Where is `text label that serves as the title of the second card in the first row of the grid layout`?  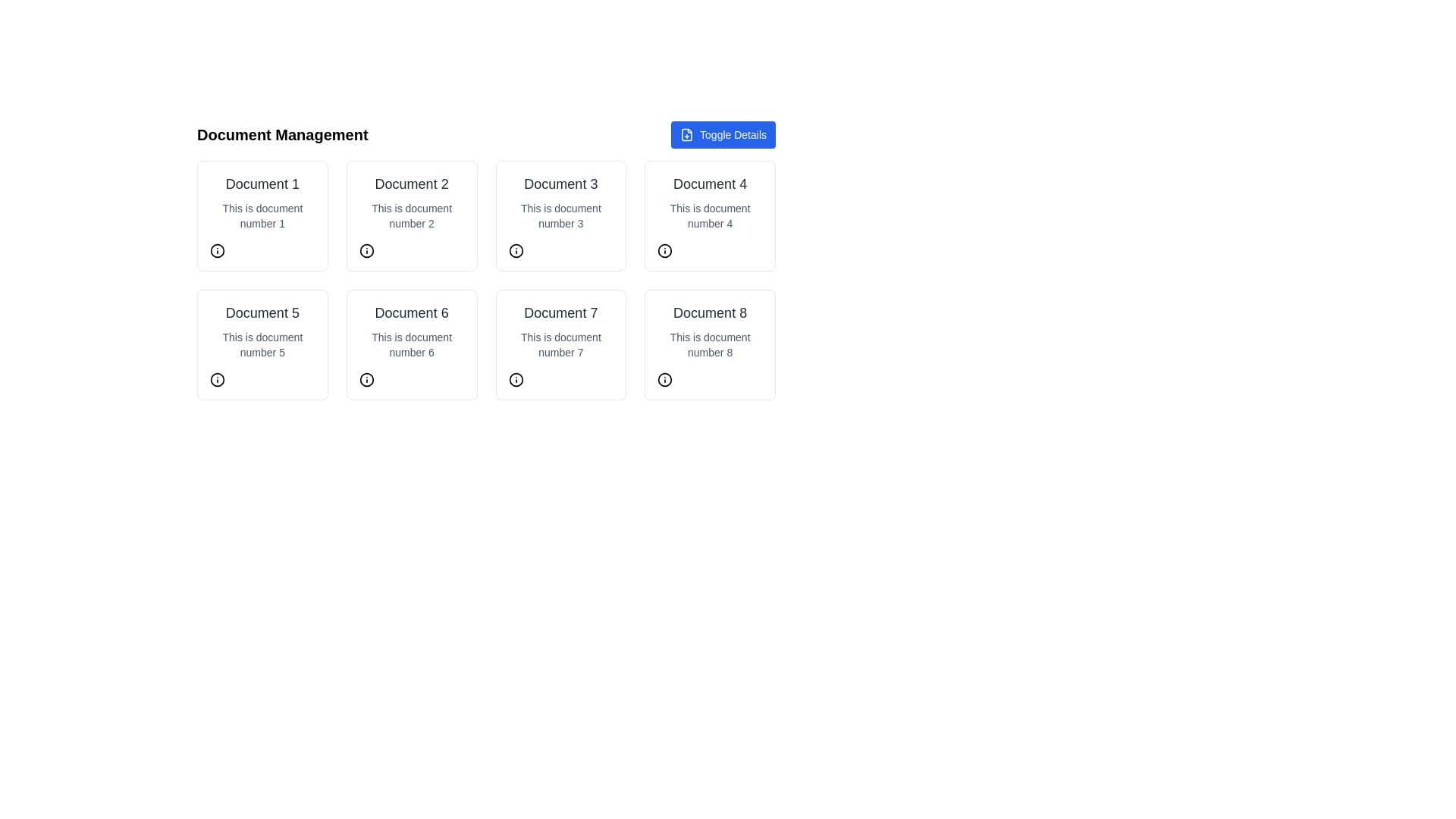 text label that serves as the title of the second card in the first row of the grid layout is located at coordinates (412, 184).